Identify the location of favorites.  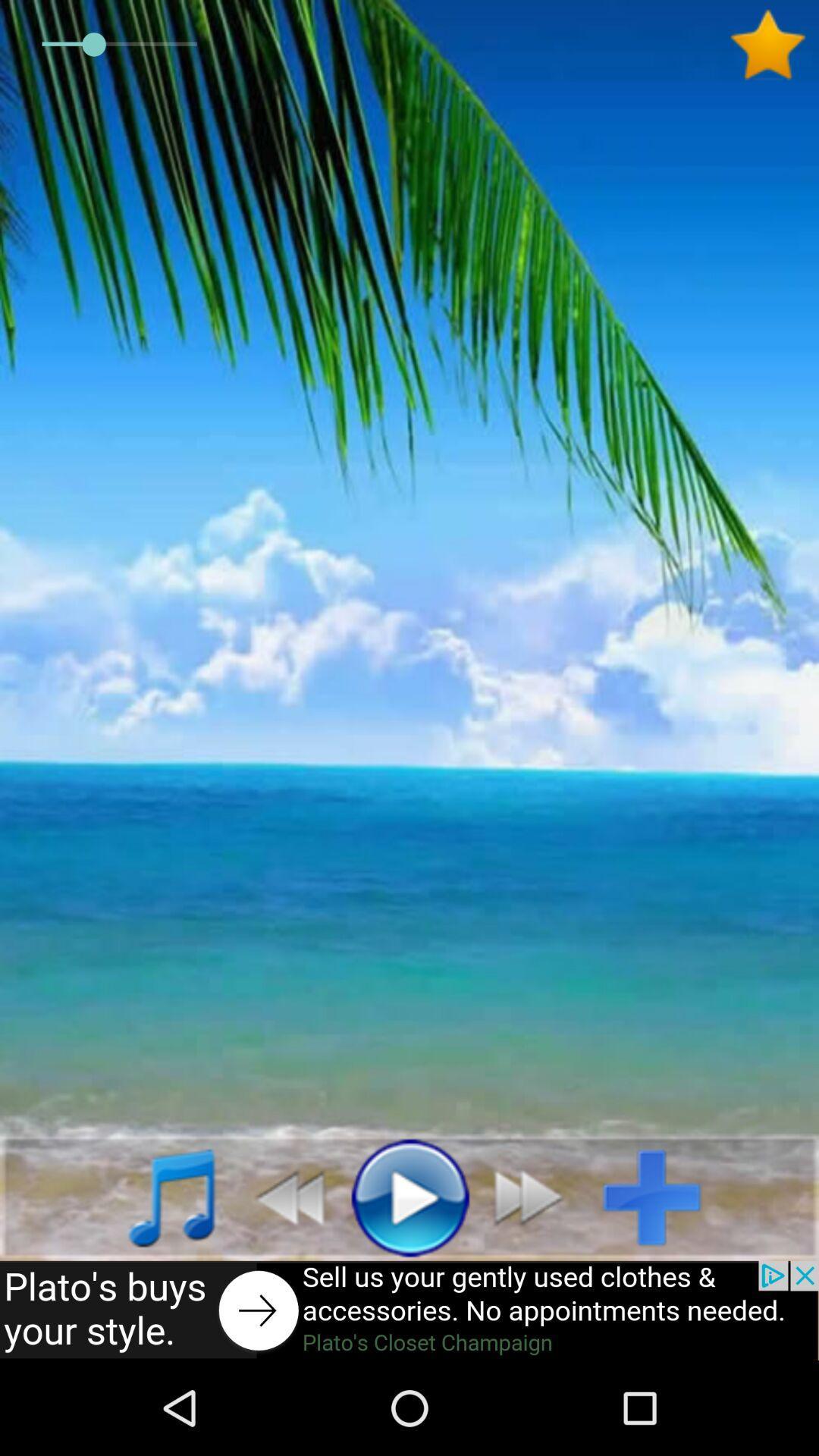
(773, 45).